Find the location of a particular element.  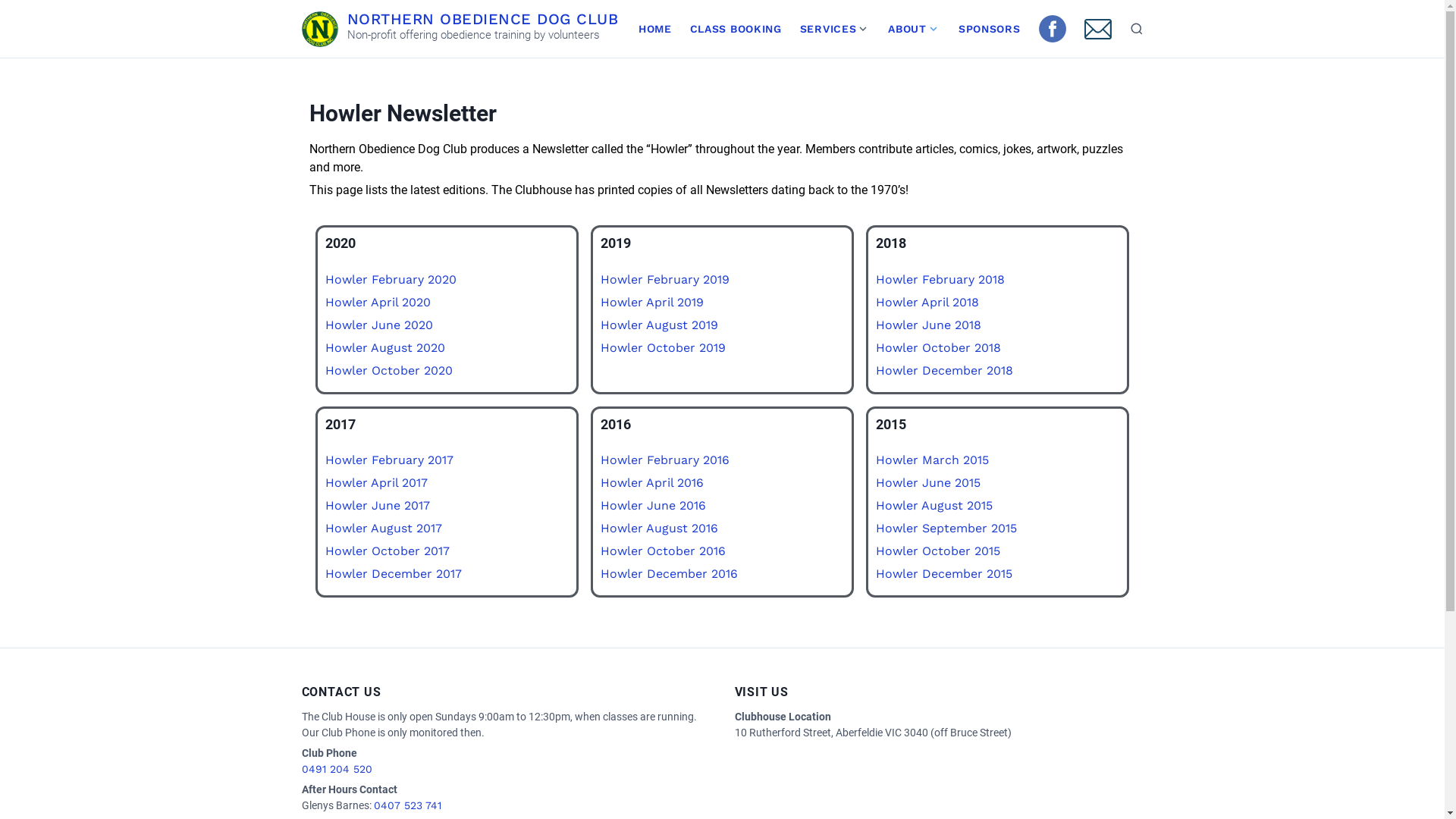

'HOME' is located at coordinates (655, 29).